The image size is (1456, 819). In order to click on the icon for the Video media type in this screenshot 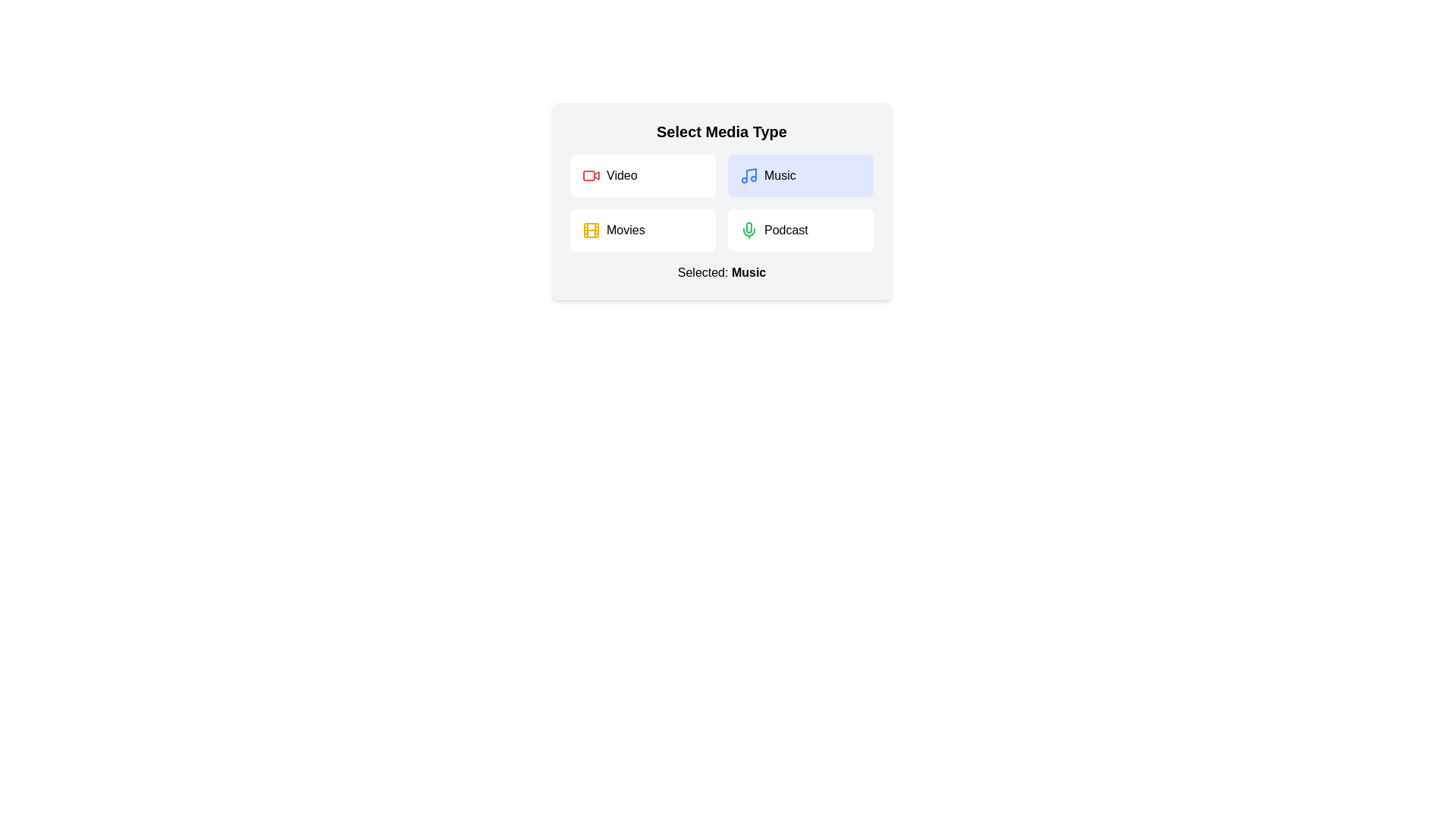, I will do `click(590, 174)`.